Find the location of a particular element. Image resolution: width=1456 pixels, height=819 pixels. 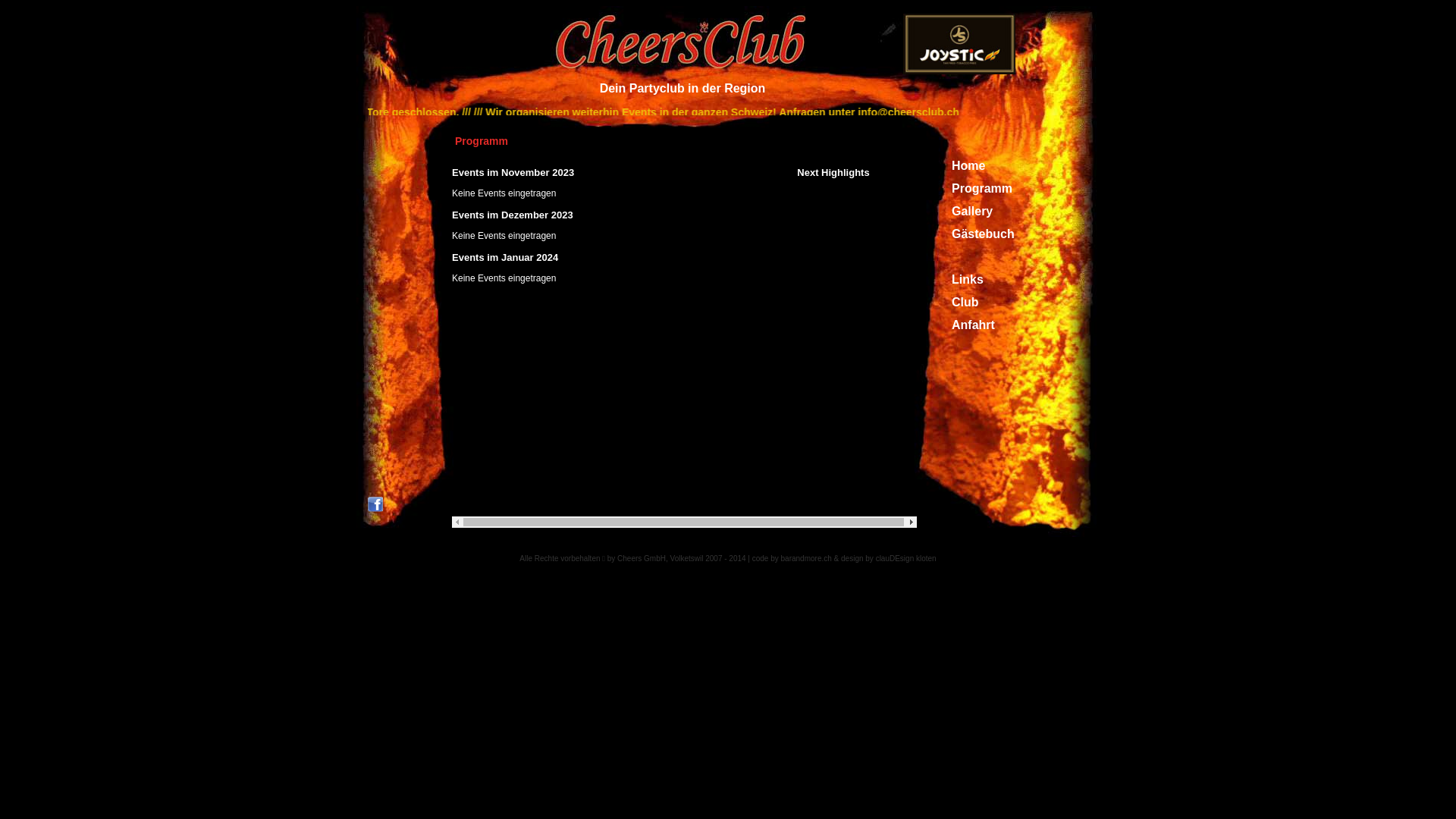

'Anfahrt' is located at coordinates (973, 324).